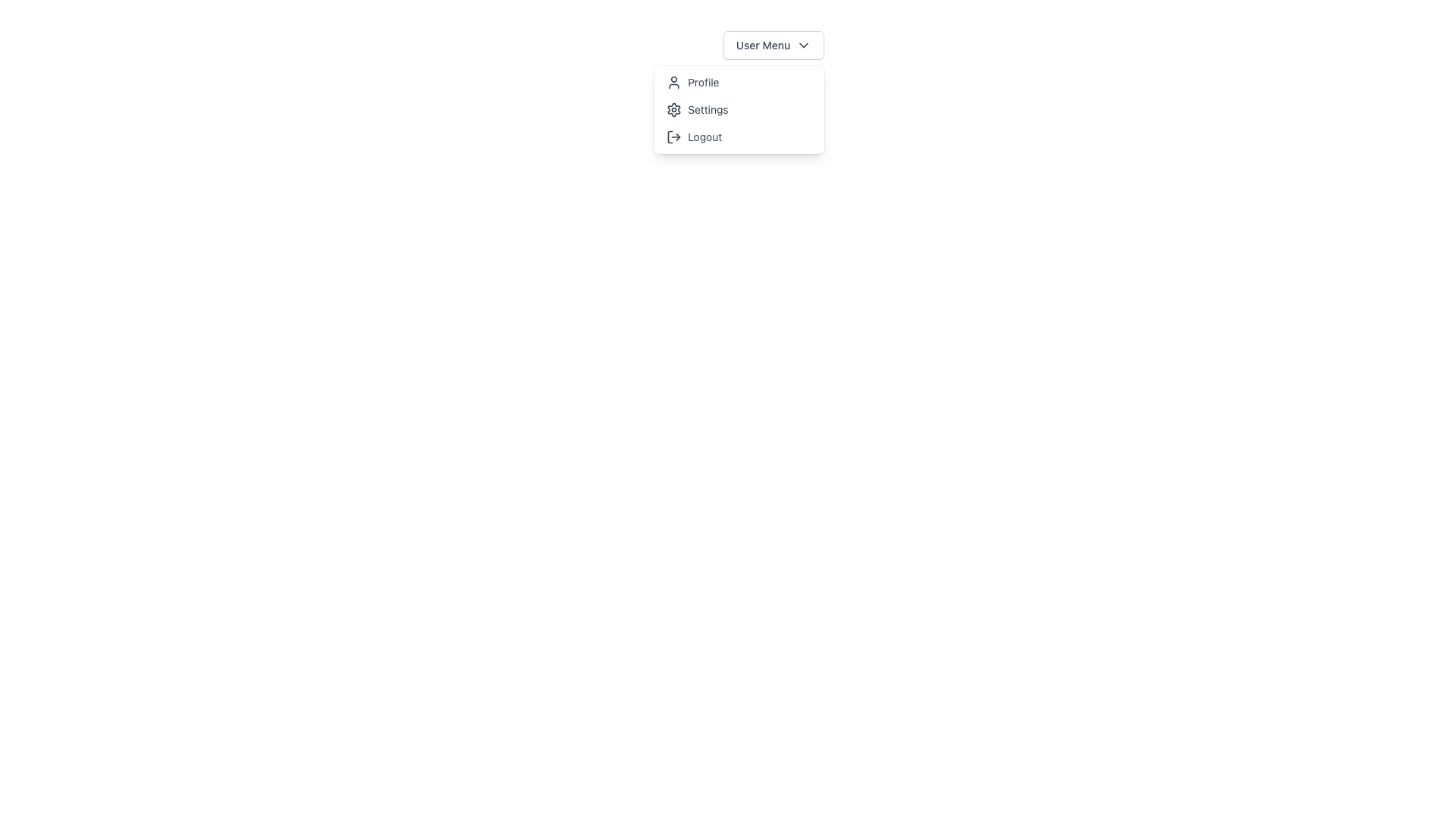 The image size is (1456, 819). What do you see at coordinates (739, 82) in the screenshot?
I see `the first button in the vertical list located below the 'User Menu' dropdown to trigger the hover effect` at bounding box center [739, 82].